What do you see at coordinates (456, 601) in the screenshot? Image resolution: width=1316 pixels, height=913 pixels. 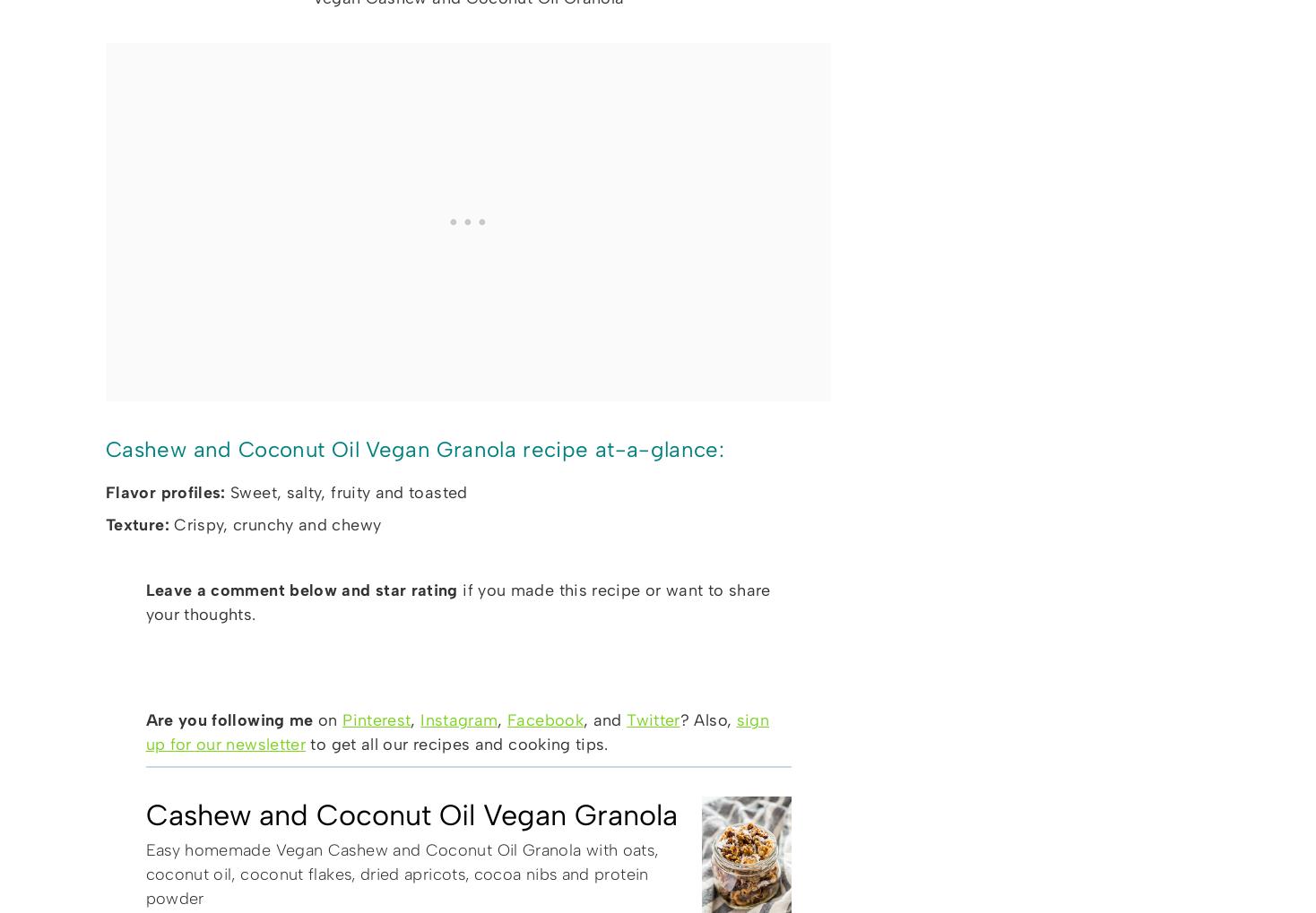 I see `'if you made this recipe or want to share your thoughts.'` at bounding box center [456, 601].